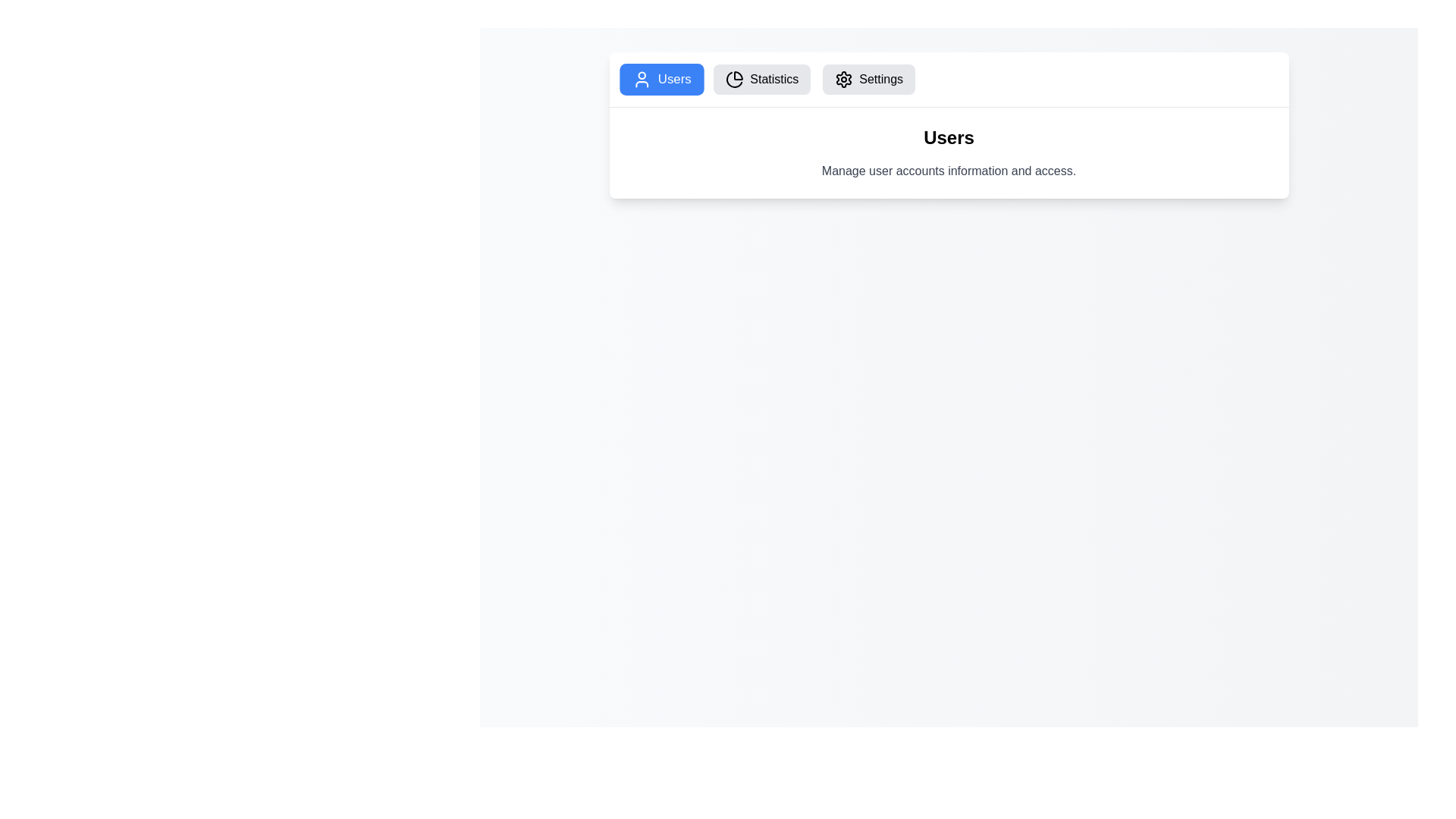  What do you see at coordinates (661, 79) in the screenshot?
I see `the 'Users' navigation button located at the top left corner of the row of navigation buttons` at bounding box center [661, 79].